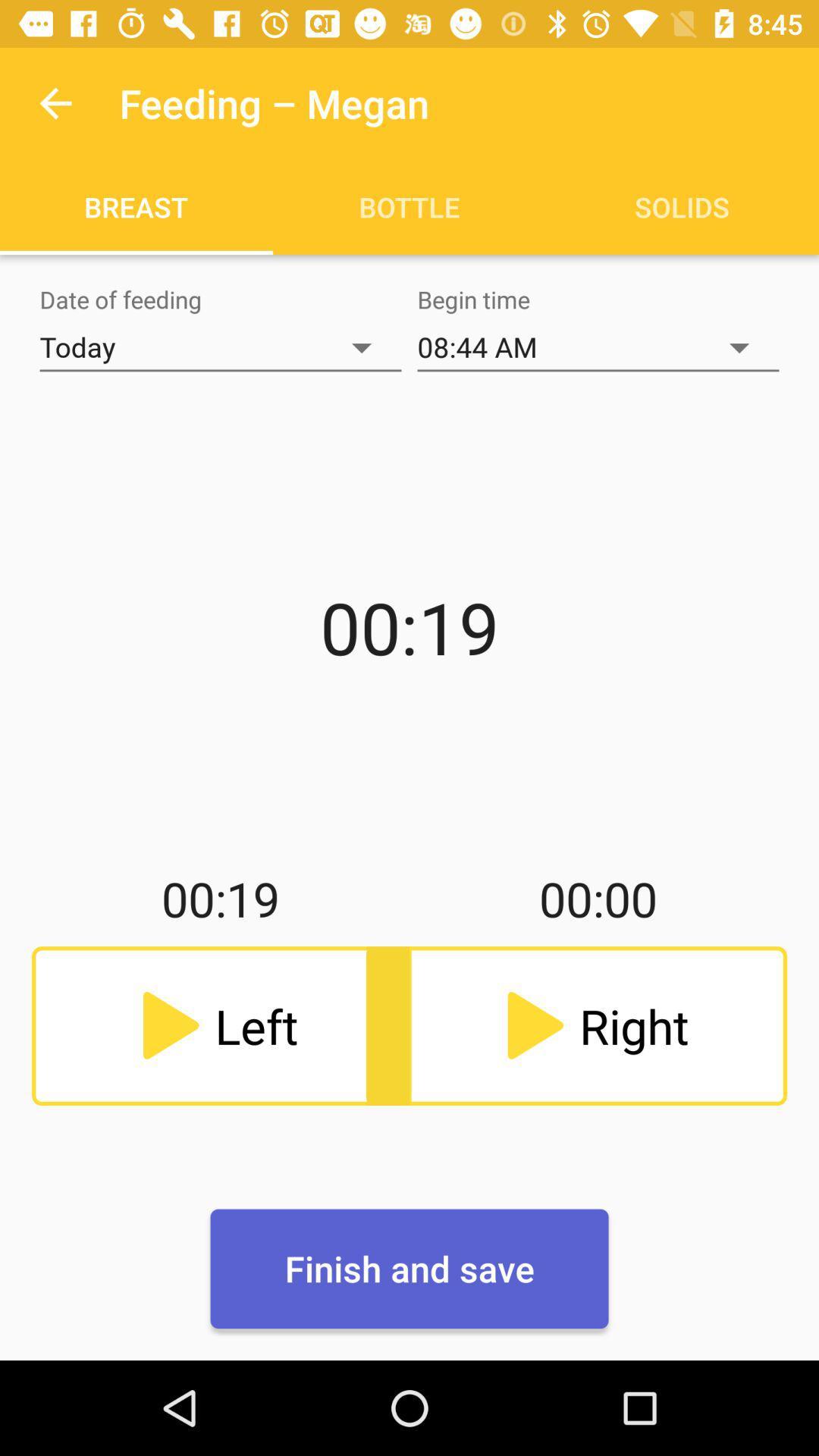 The height and width of the screenshot is (1456, 819). I want to click on the item below the bottle item, so click(598, 347).